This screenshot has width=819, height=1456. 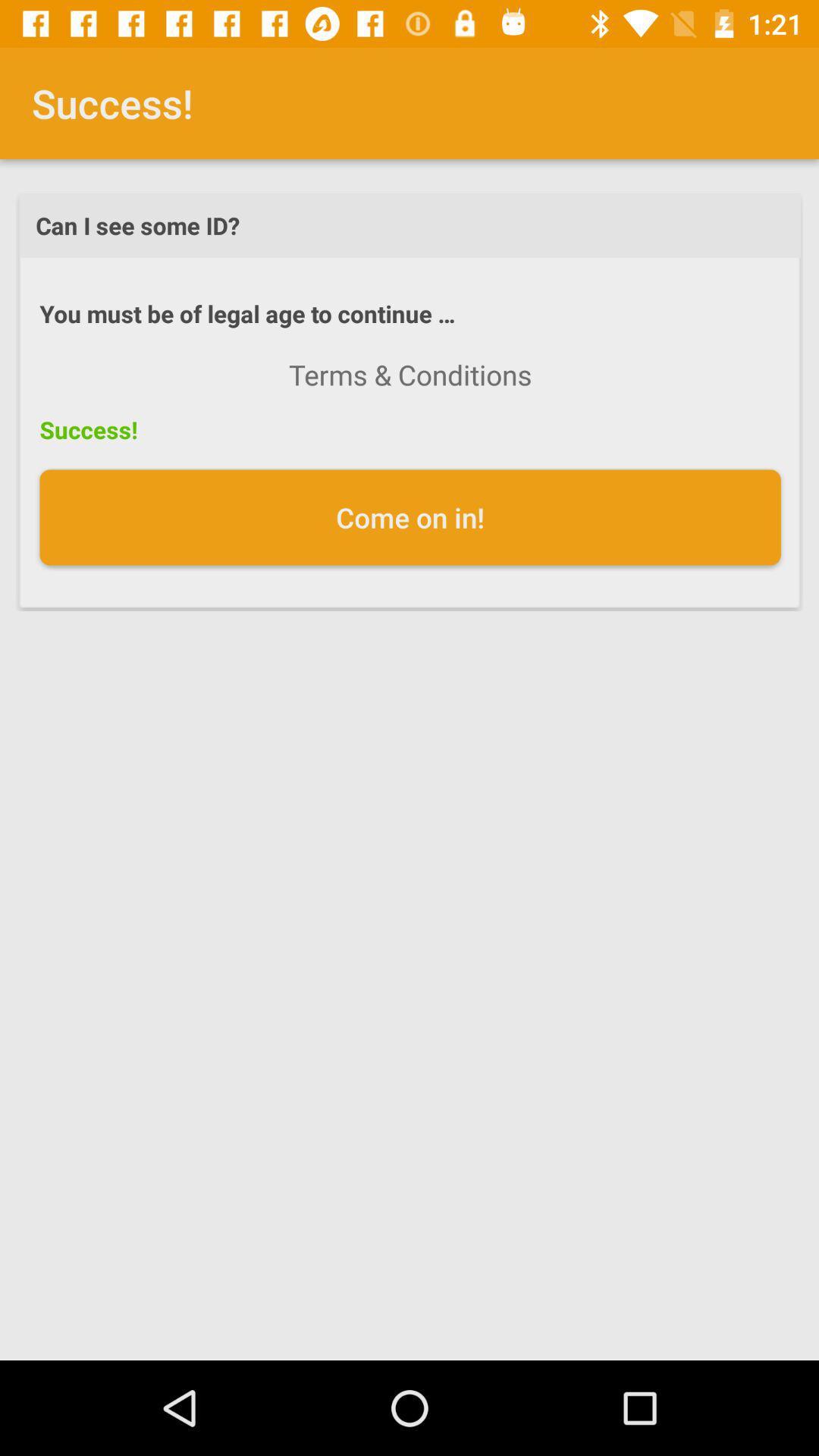 What do you see at coordinates (410, 375) in the screenshot?
I see `terms & conditions item` at bounding box center [410, 375].